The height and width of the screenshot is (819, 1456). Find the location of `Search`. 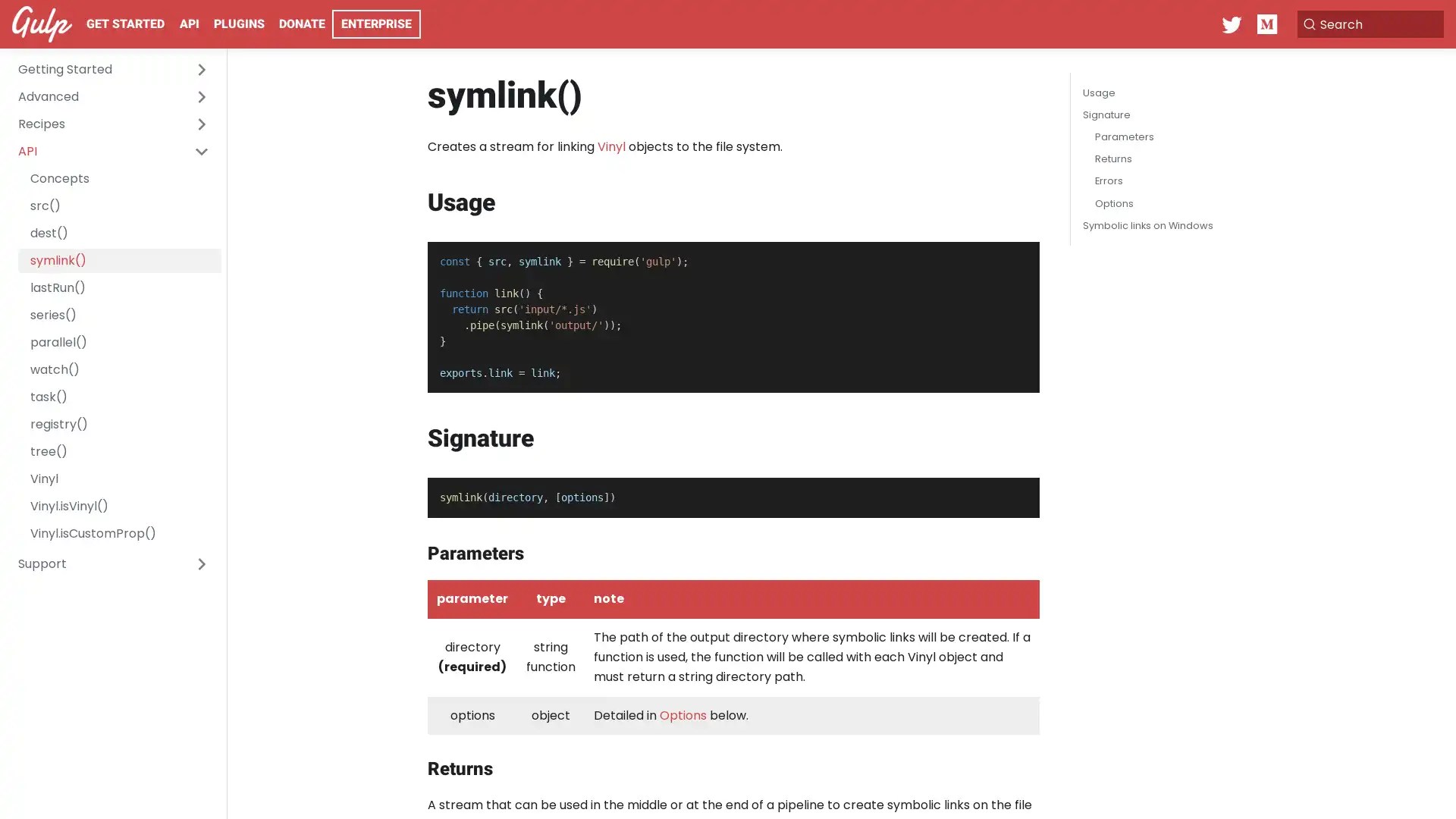

Search is located at coordinates (1368, 24).